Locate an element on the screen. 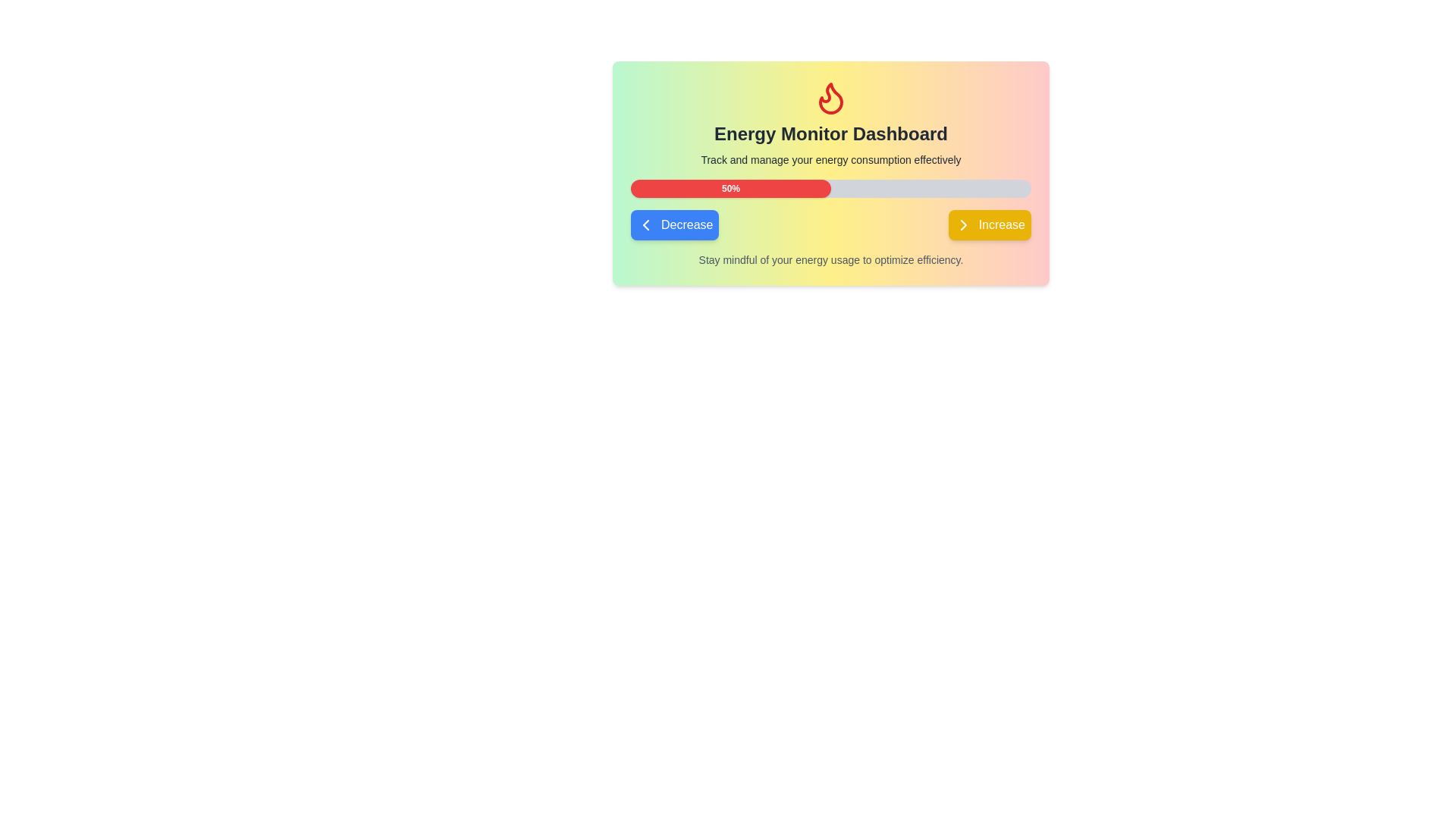 This screenshot has height=819, width=1456. the static text element that reads 'Track and manage your energy consumption effectively', which is located beneath the title 'Energy Monitor Dashboard' in the energy monitor card is located at coordinates (830, 160).